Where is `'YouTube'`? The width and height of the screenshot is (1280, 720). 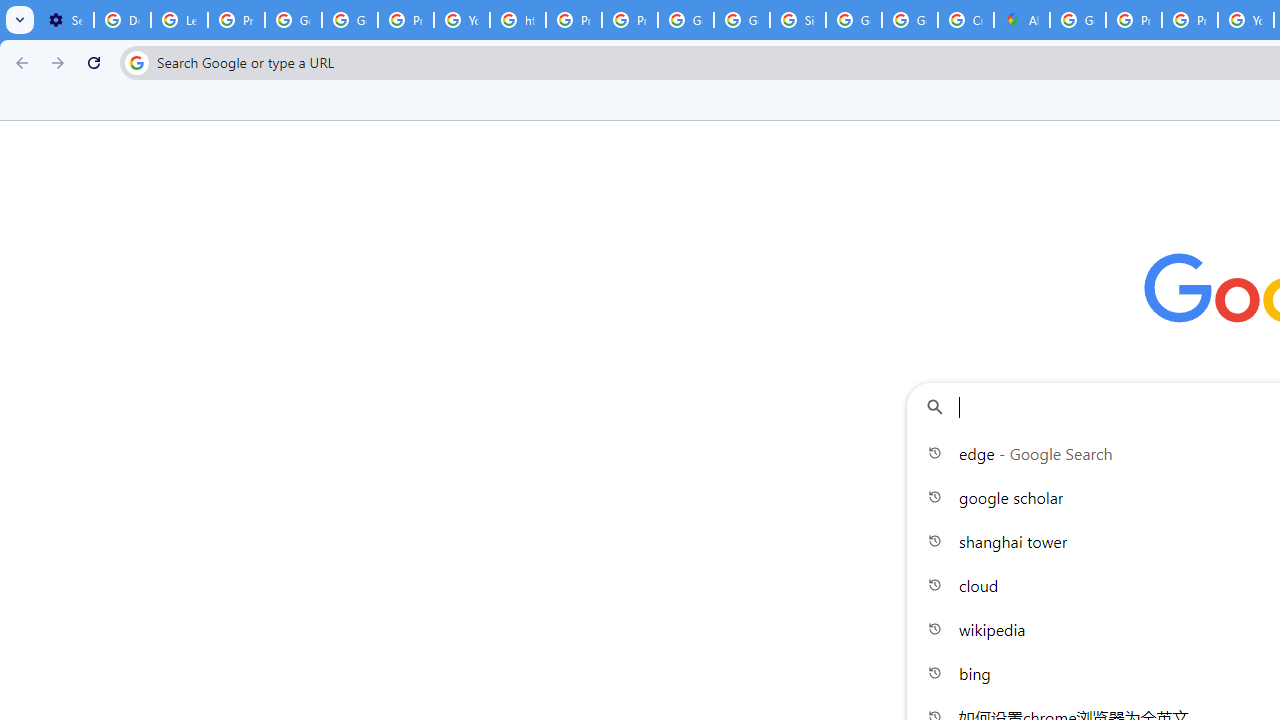
'YouTube' is located at coordinates (461, 20).